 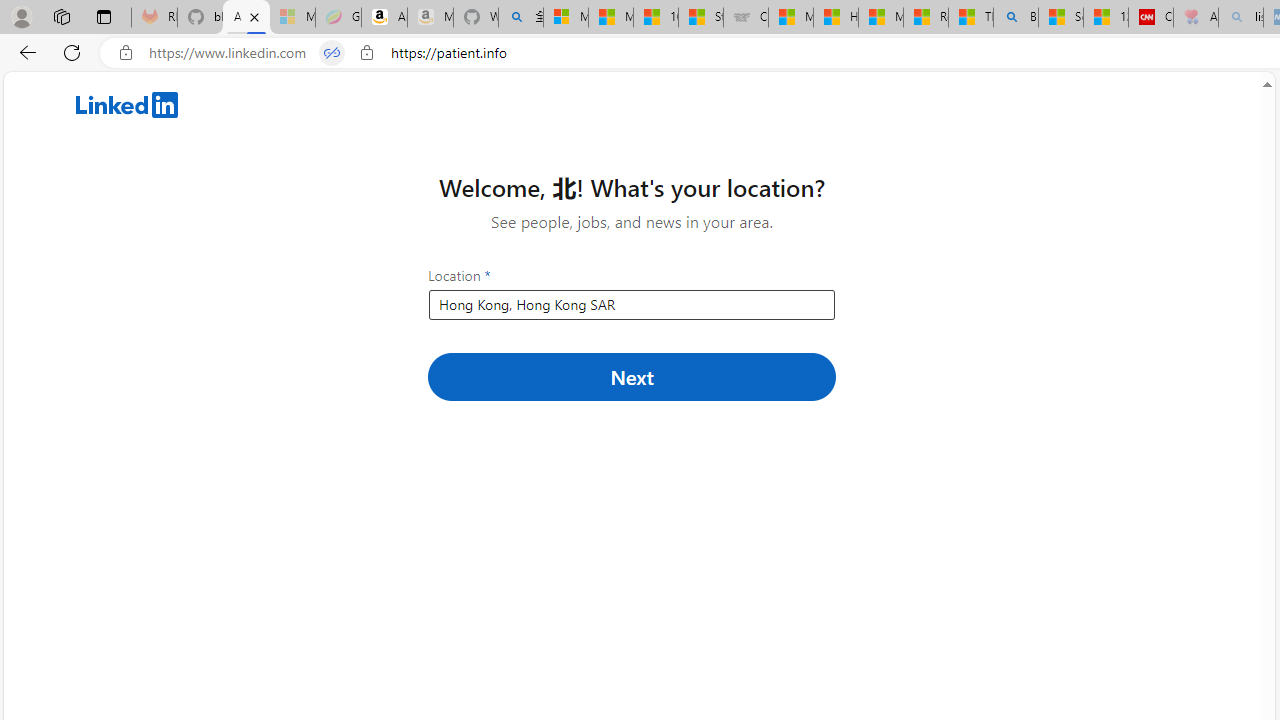 What do you see at coordinates (835, 17) in the screenshot?
I see `'How I Got Rid of Microsoft Edge'` at bounding box center [835, 17].